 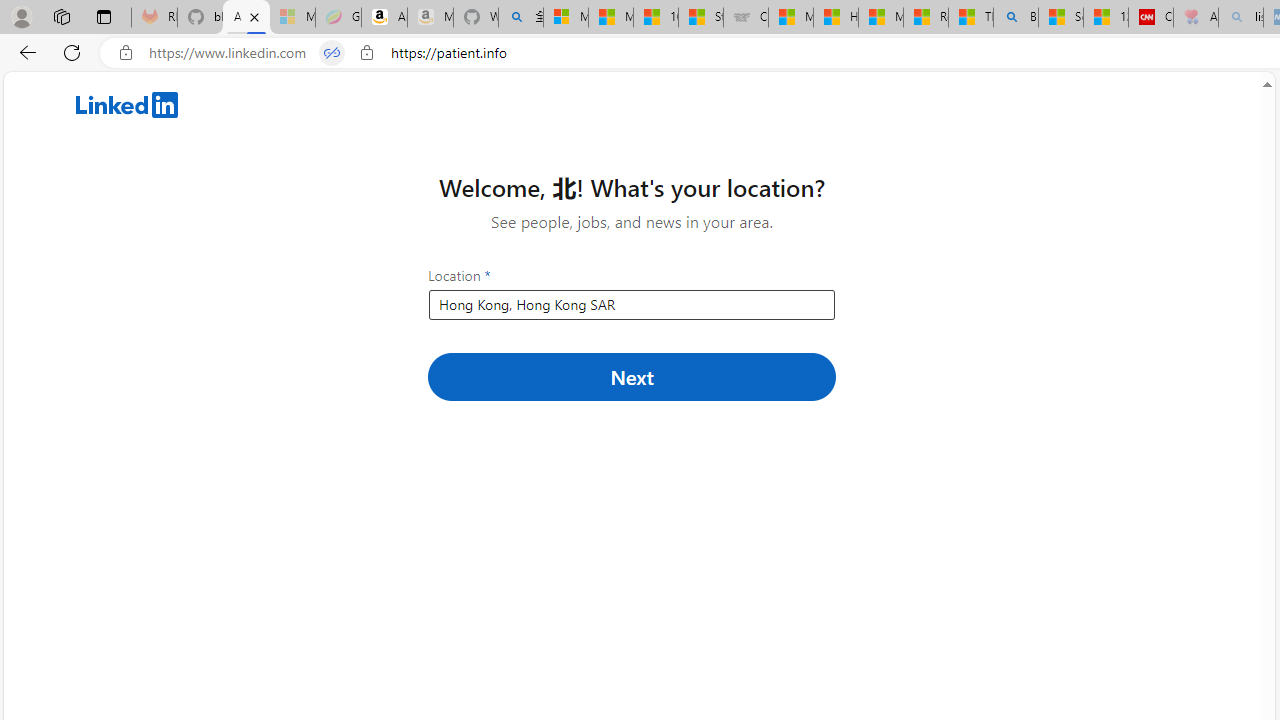 What do you see at coordinates (835, 17) in the screenshot?
I see `'How I Got Rid of Microsoft Edge'` at bounding box center [835, 17].